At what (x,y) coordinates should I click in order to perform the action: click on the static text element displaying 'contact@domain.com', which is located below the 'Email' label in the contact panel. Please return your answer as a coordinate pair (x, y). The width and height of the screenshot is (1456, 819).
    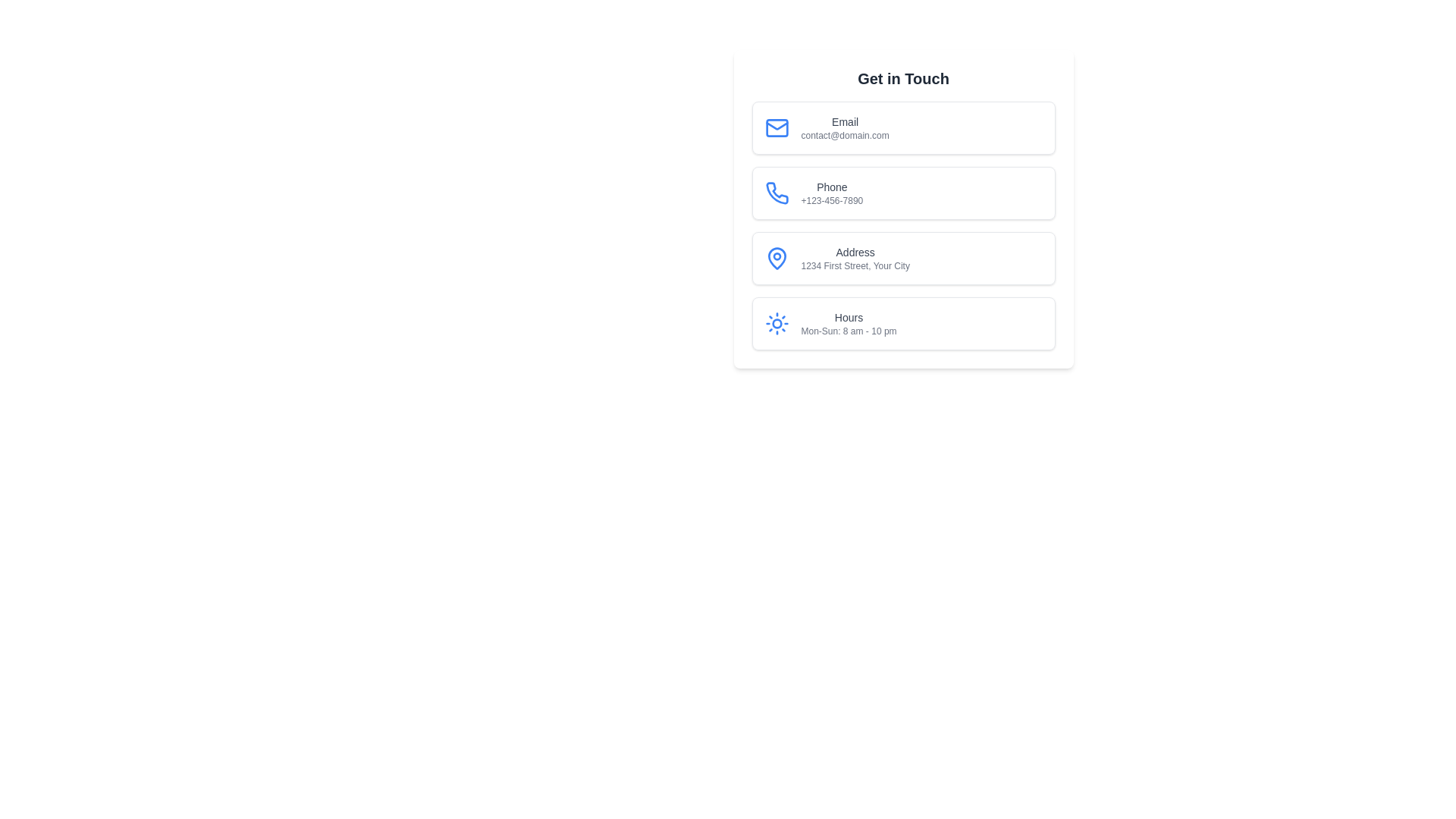
    Looking at the image, I should click on (844, 134).